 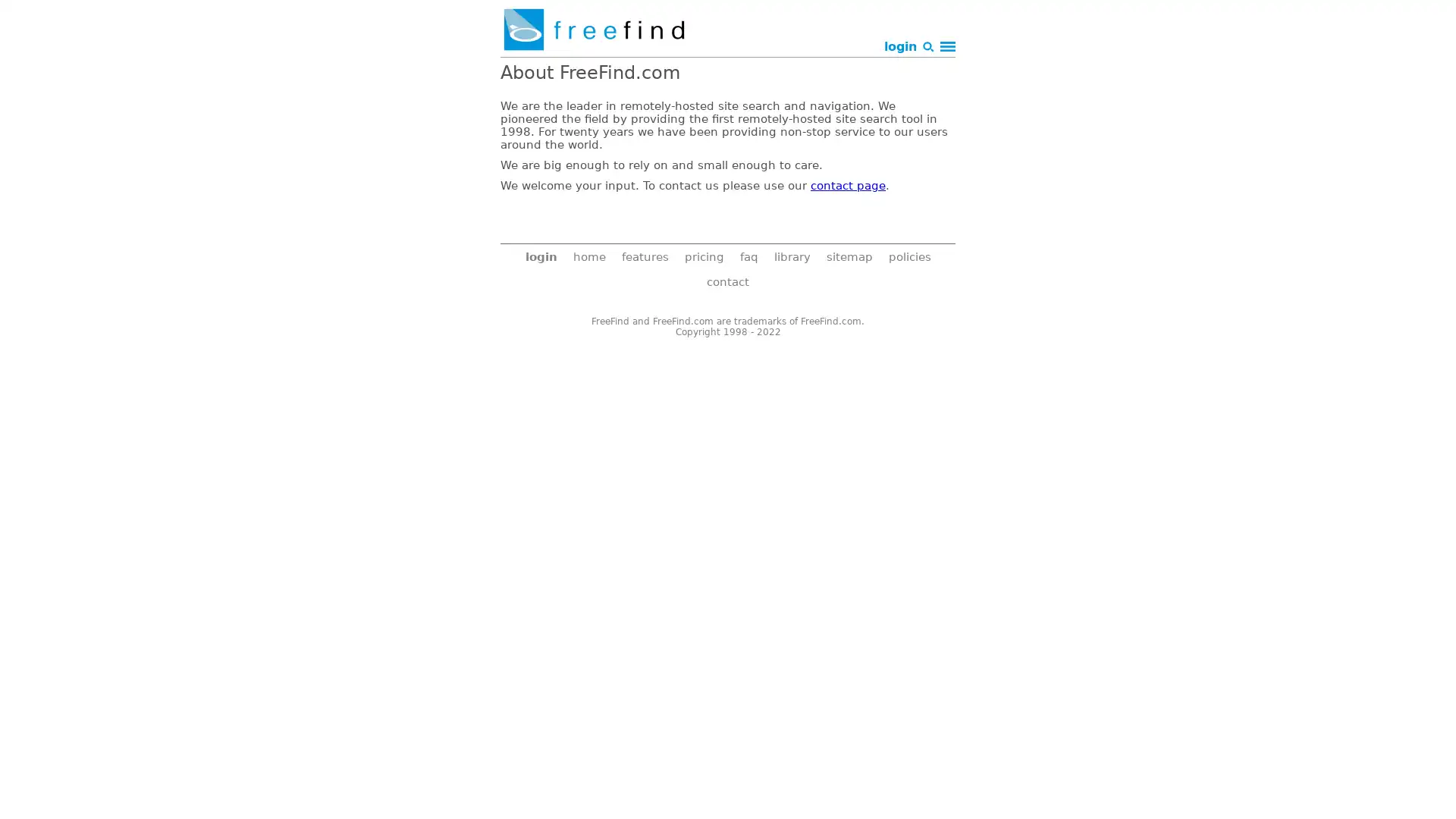 What do you see at coordinates (821, 74) in the screenshot?
I see `Search` at bounding box center [821, 74].